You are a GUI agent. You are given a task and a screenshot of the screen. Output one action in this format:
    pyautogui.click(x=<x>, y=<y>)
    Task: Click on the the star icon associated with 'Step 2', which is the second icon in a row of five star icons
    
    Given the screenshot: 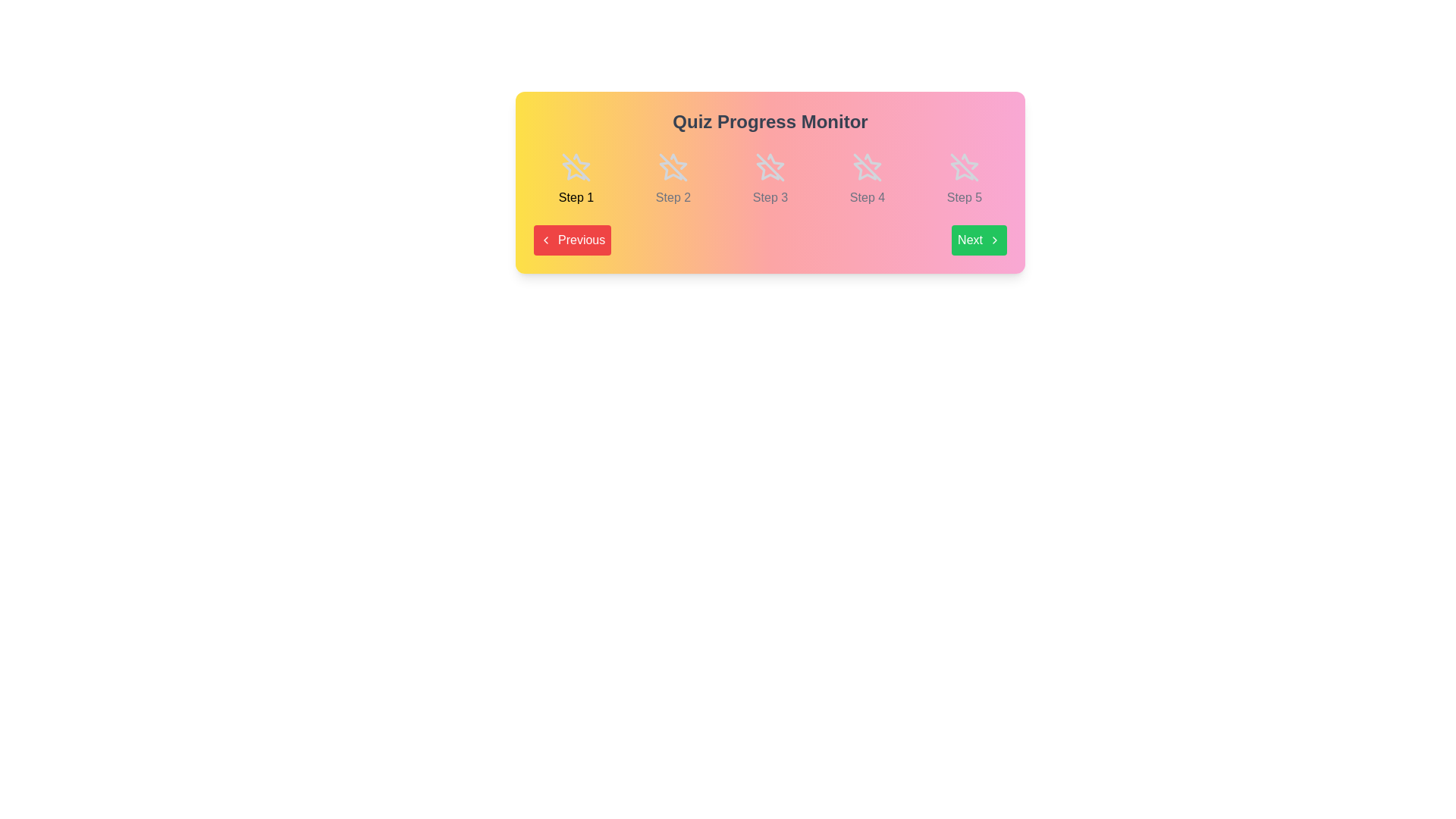 What is the action you would take?
    pyautogui.click(x=678, y=162)
    